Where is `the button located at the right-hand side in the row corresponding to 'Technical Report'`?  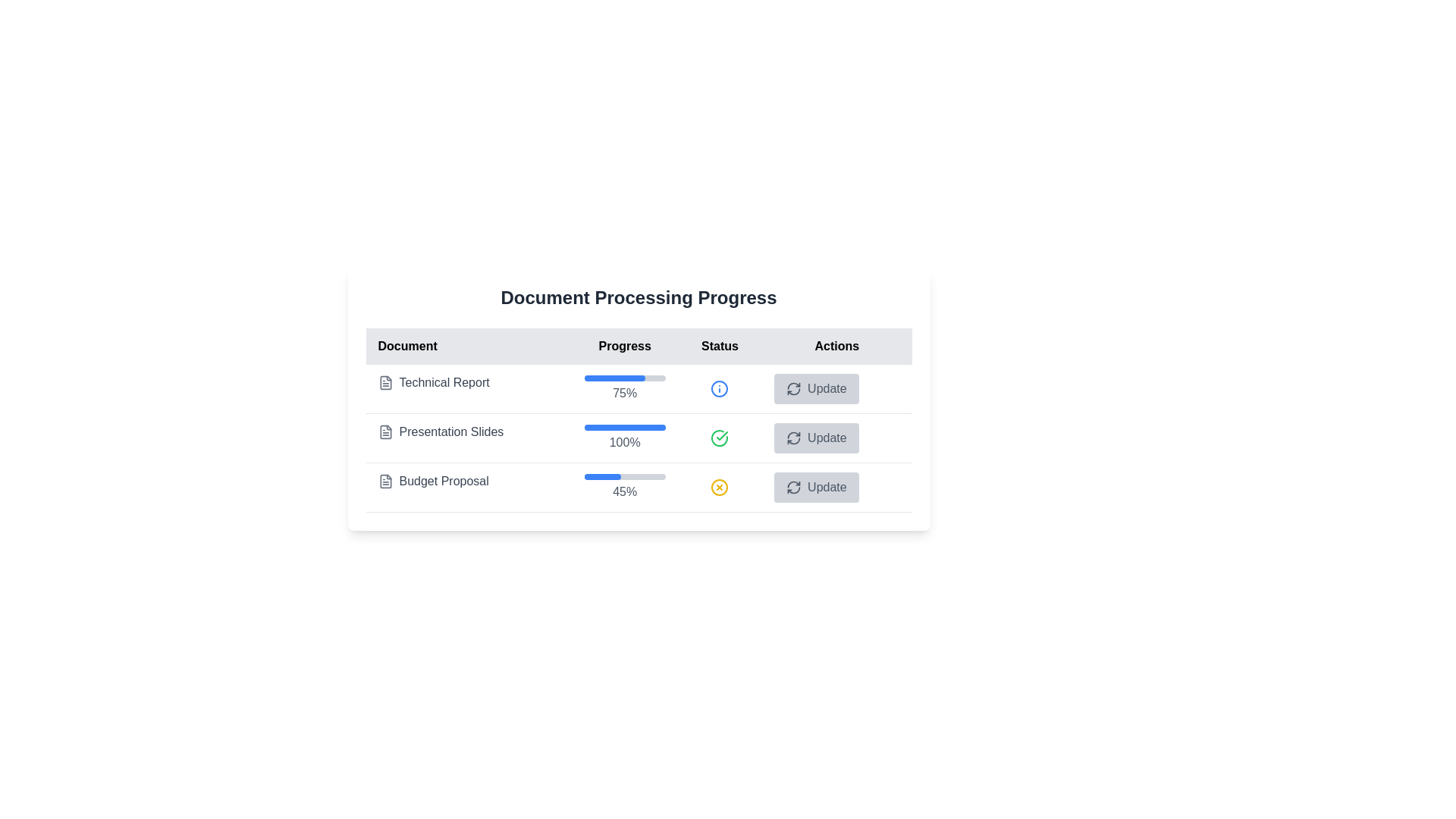
the button located at the right-hand side in the row corresponding to 'Technical Report' is located at coordinates (836, 388).